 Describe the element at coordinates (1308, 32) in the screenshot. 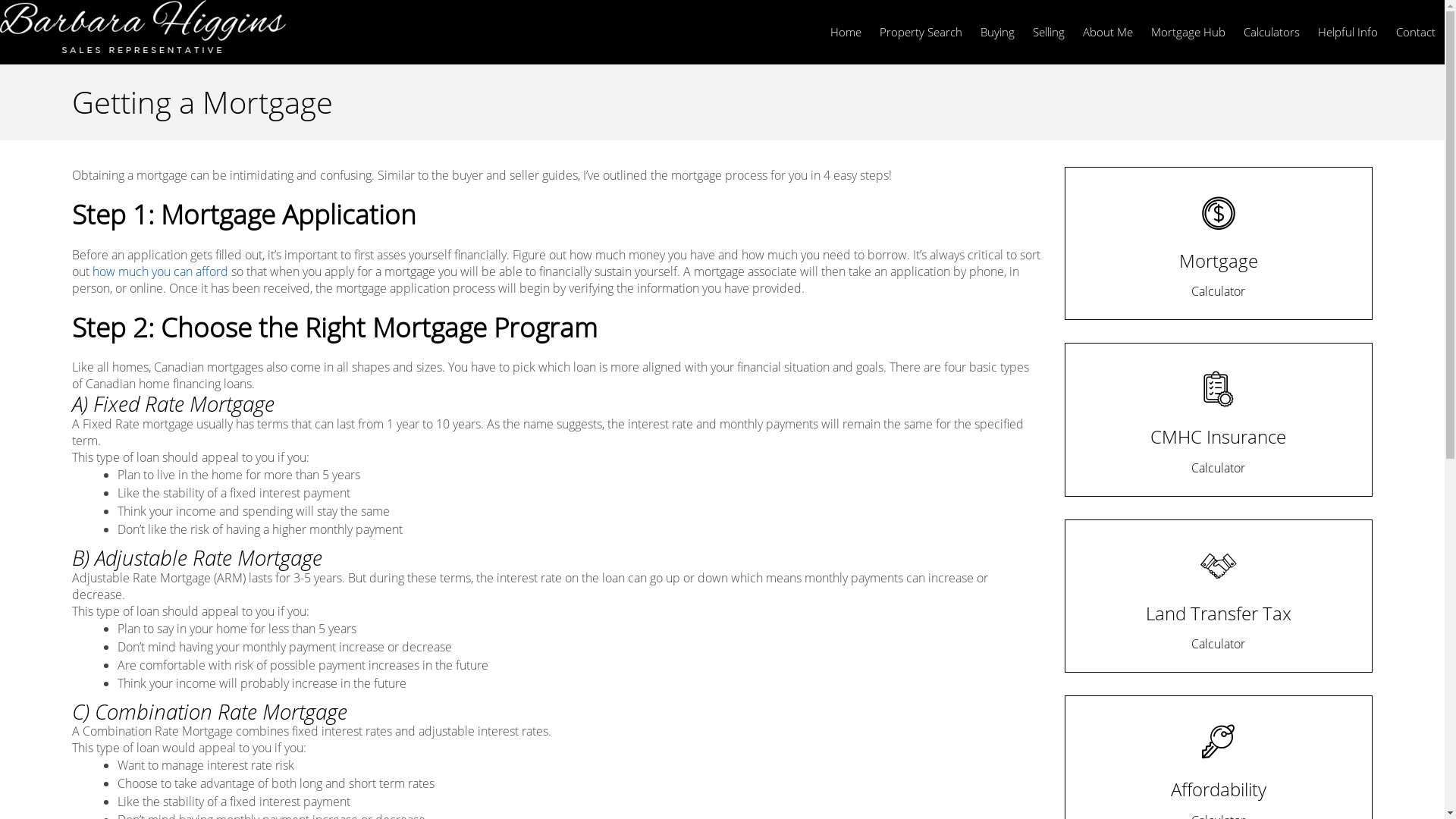

I see `'Helpful Info'` at that location.